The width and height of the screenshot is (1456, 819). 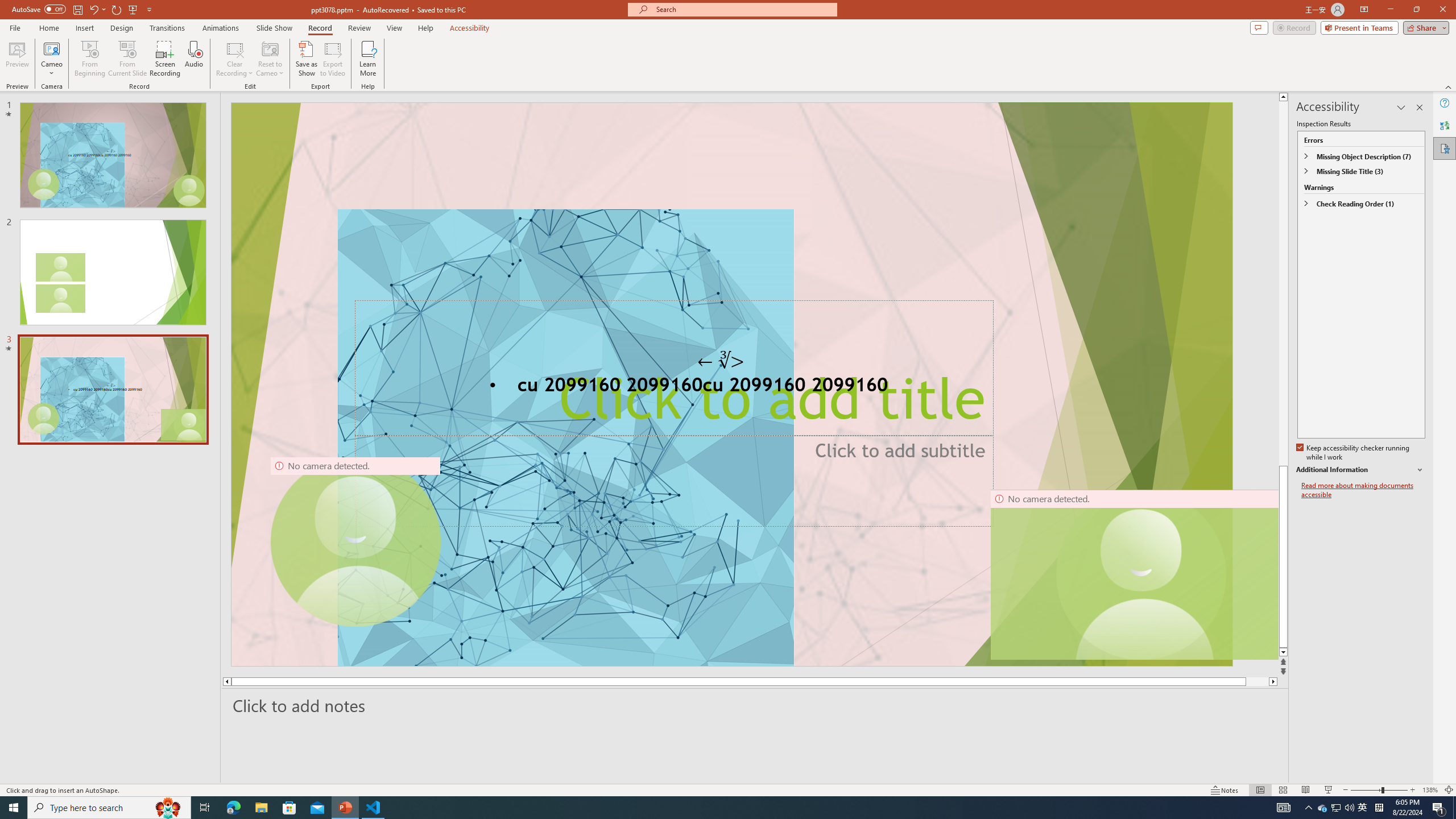 What do you see at coordinates (1141, 574) in the screenshot?
I see `'Camera 11, No camera detected.'` at bounding box center [1141, 574].